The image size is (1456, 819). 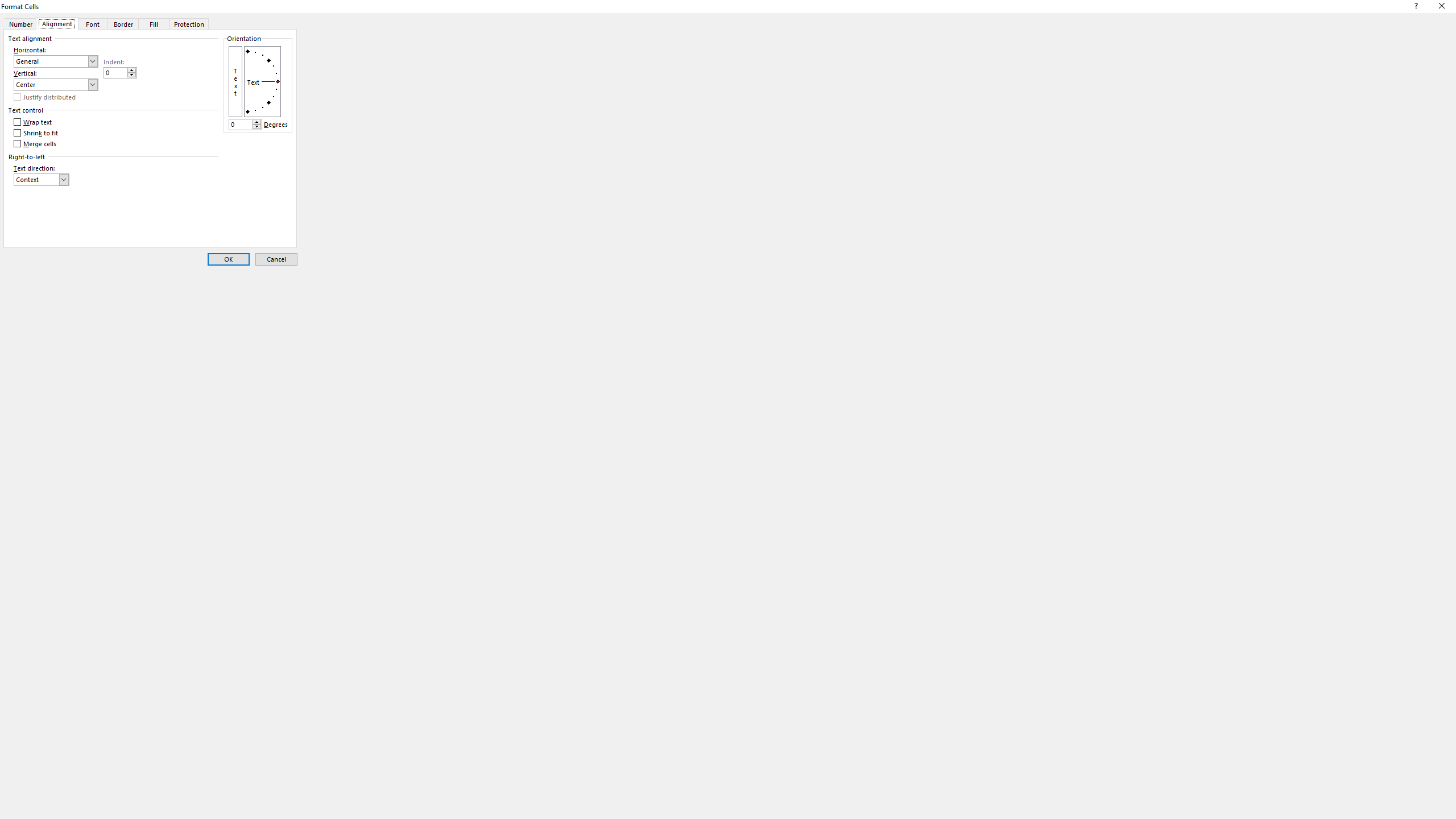 I want to click on 'Vertical:', so click(x=55, y=85).